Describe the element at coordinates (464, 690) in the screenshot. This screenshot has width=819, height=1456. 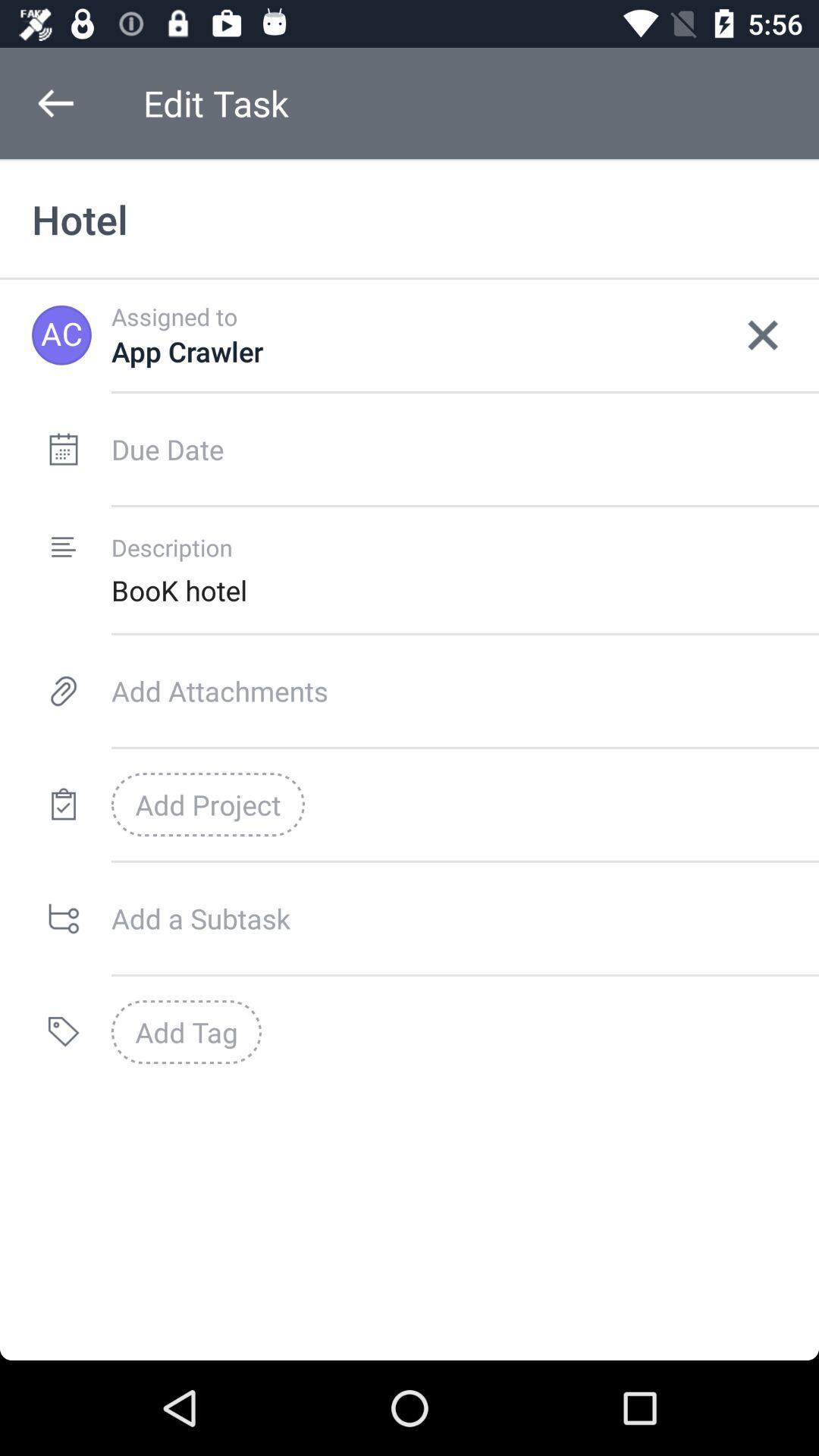
I see `new attachments` at that location.